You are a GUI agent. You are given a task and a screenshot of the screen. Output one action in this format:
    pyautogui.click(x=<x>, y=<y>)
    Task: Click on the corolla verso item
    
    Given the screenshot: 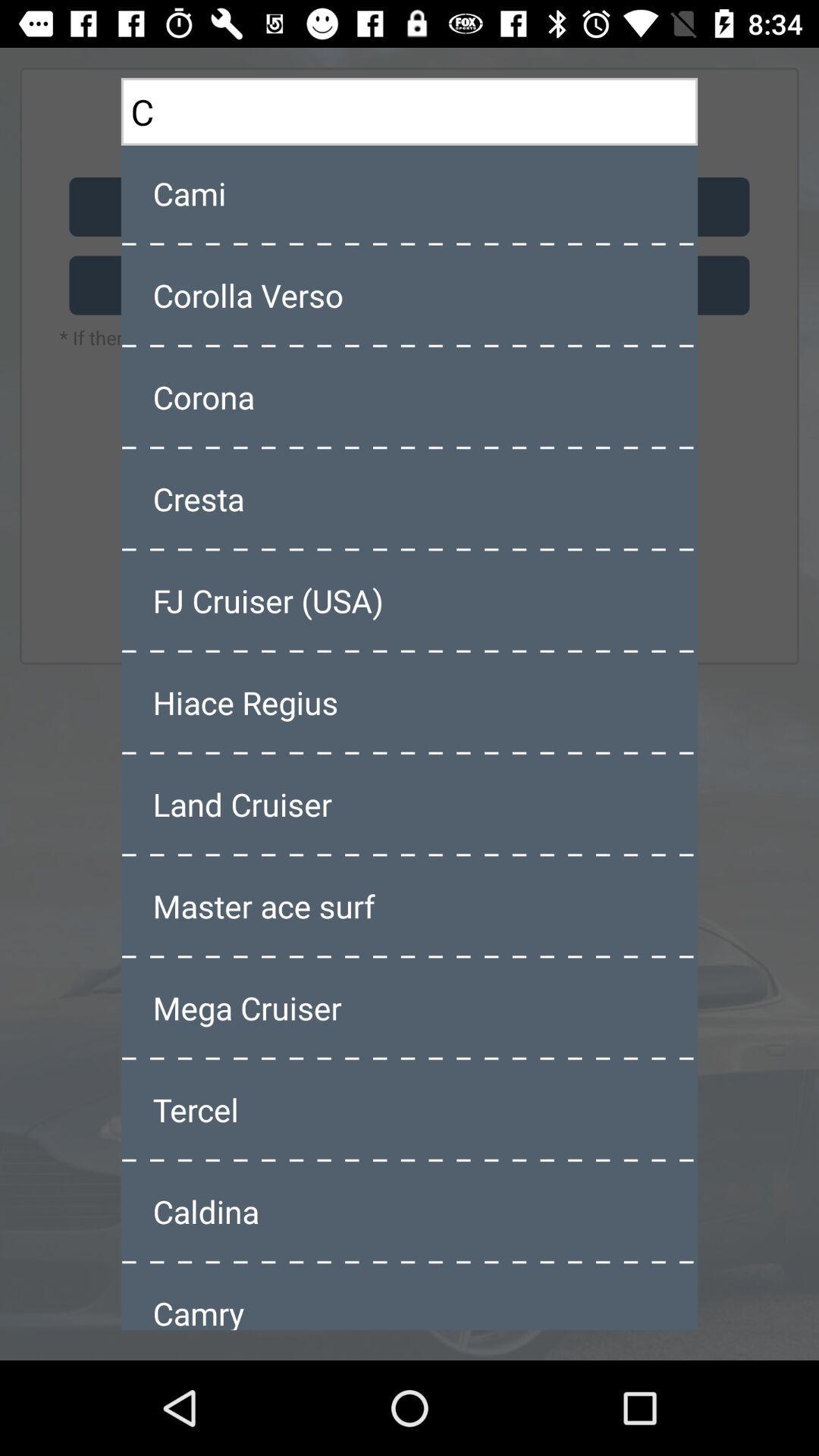 What is the action you would take?
    pyautogui.click(x=409, y=295)
    